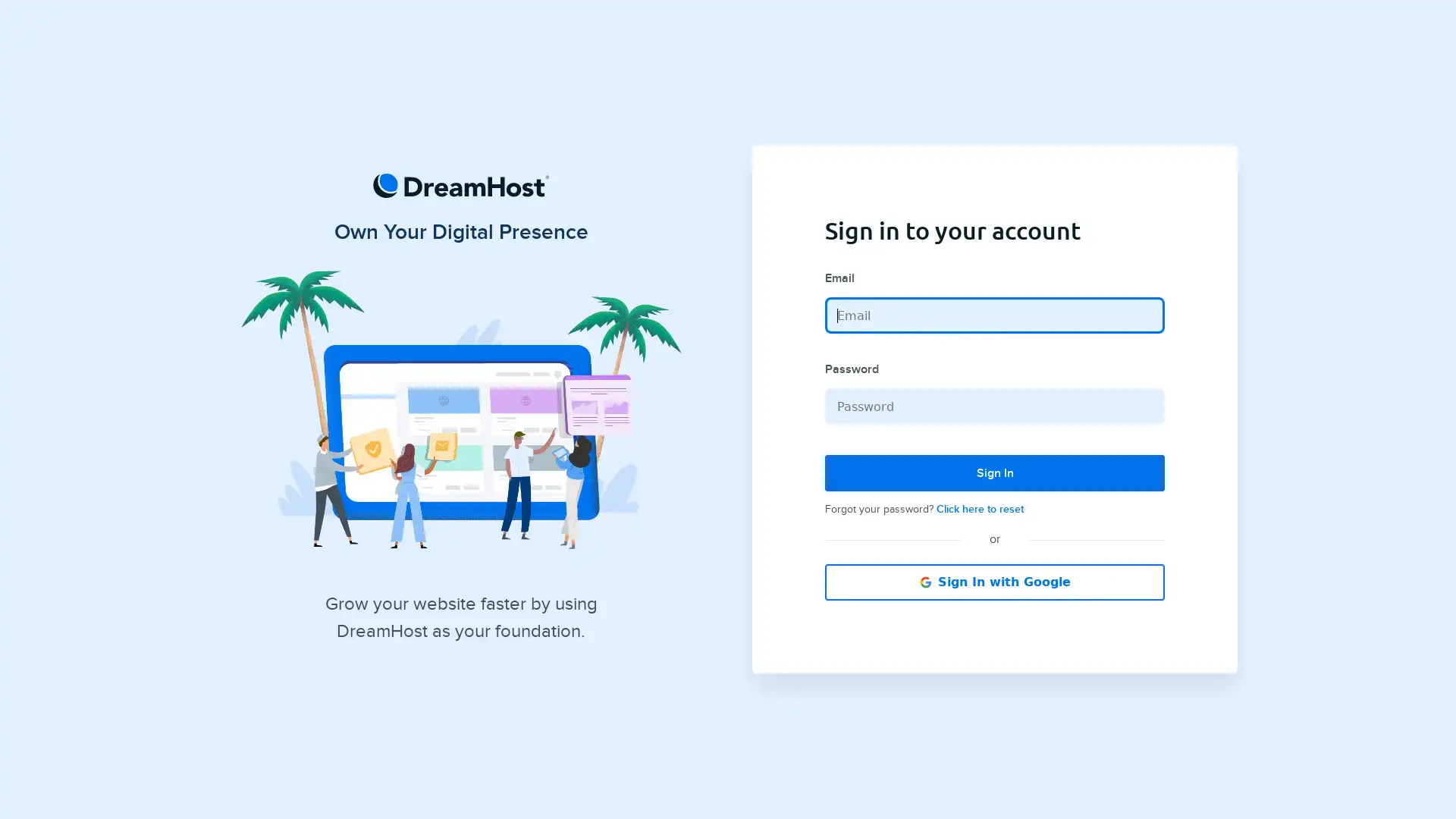  I want to click on Sign In with Google, so click(994, 581).